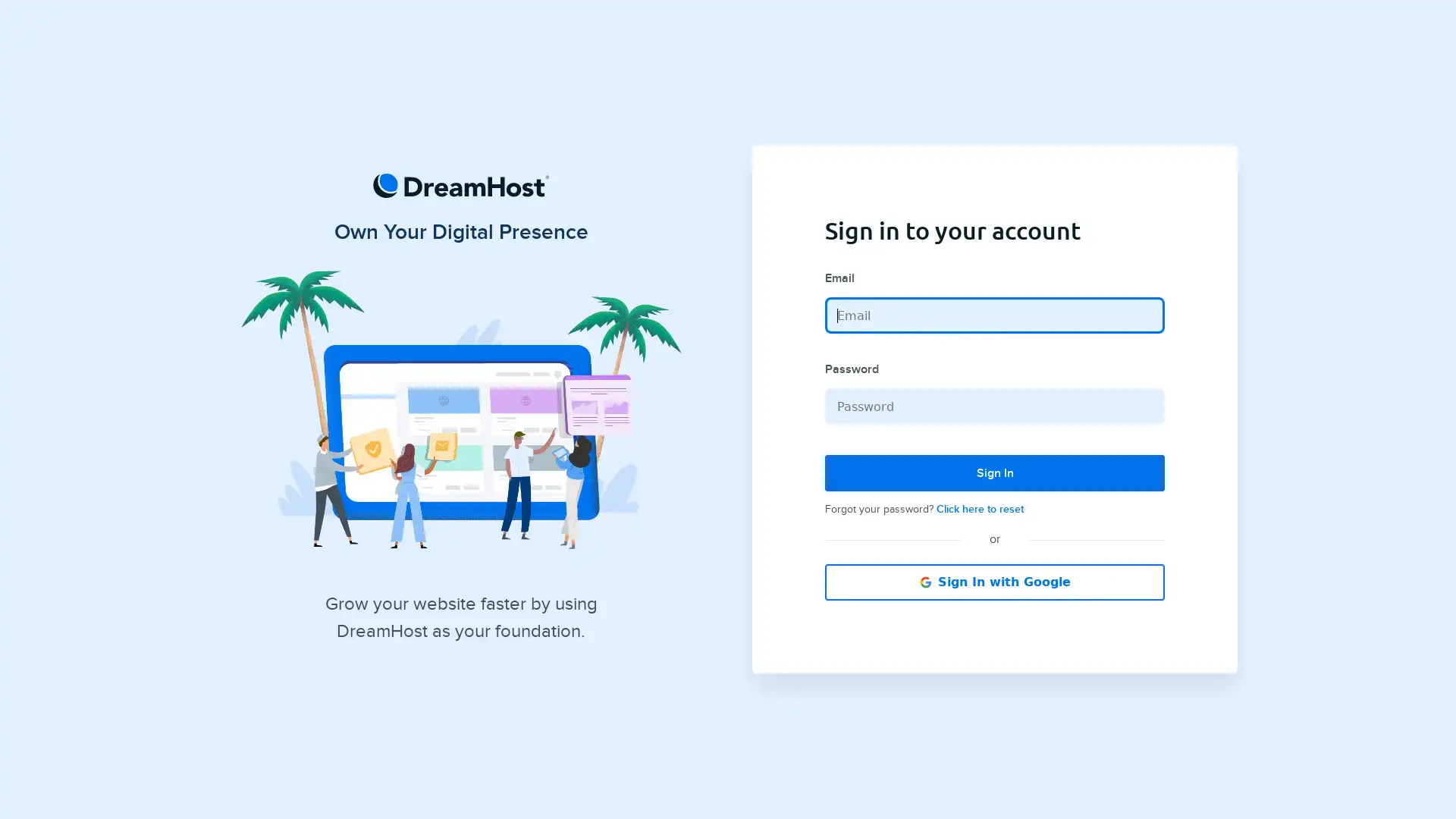  I want to click on Sign In with Google, so click(994, 581).